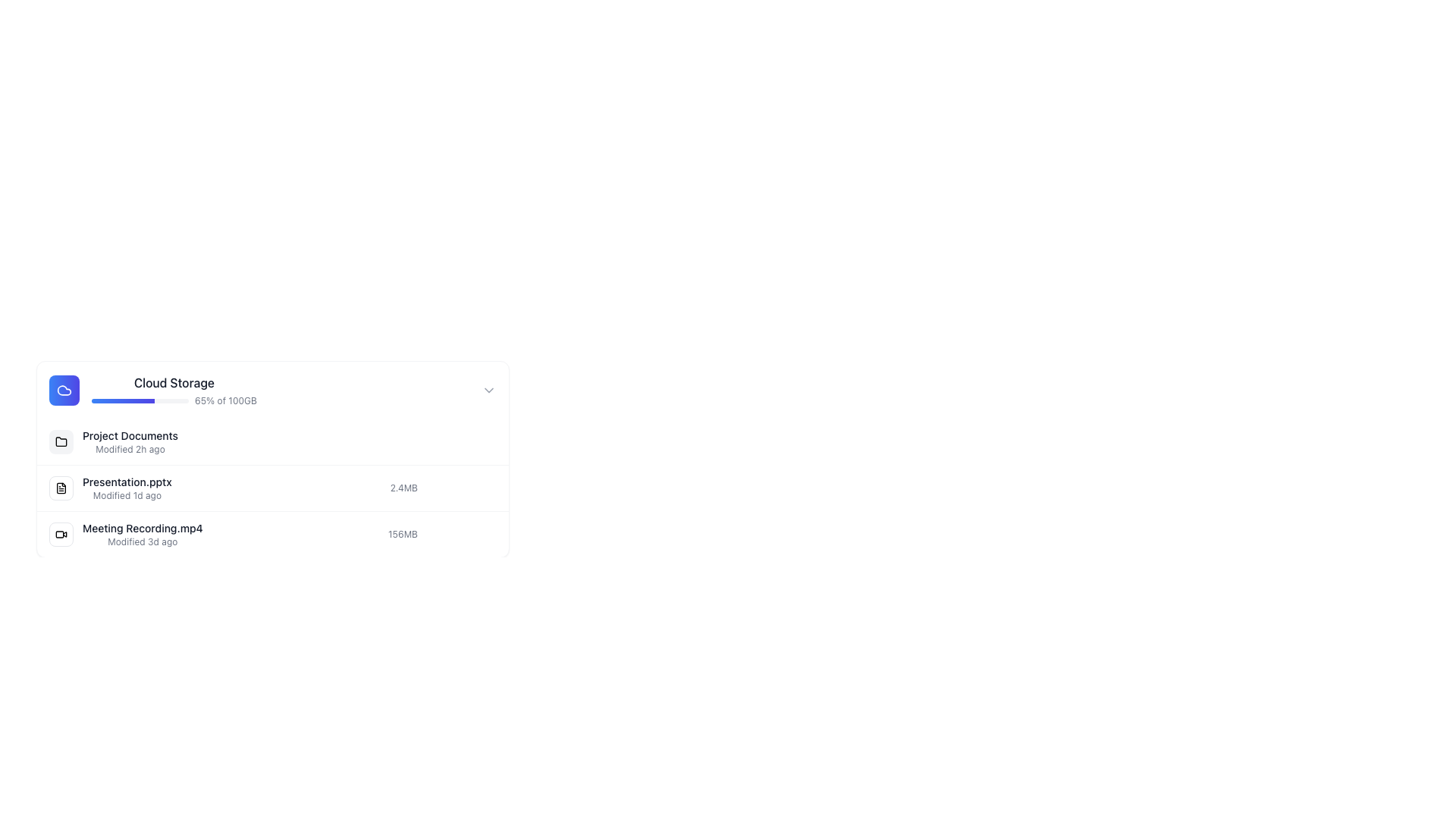  I want to click on the first listed item in the 'Cloud Storage' section, so click(273, 441).